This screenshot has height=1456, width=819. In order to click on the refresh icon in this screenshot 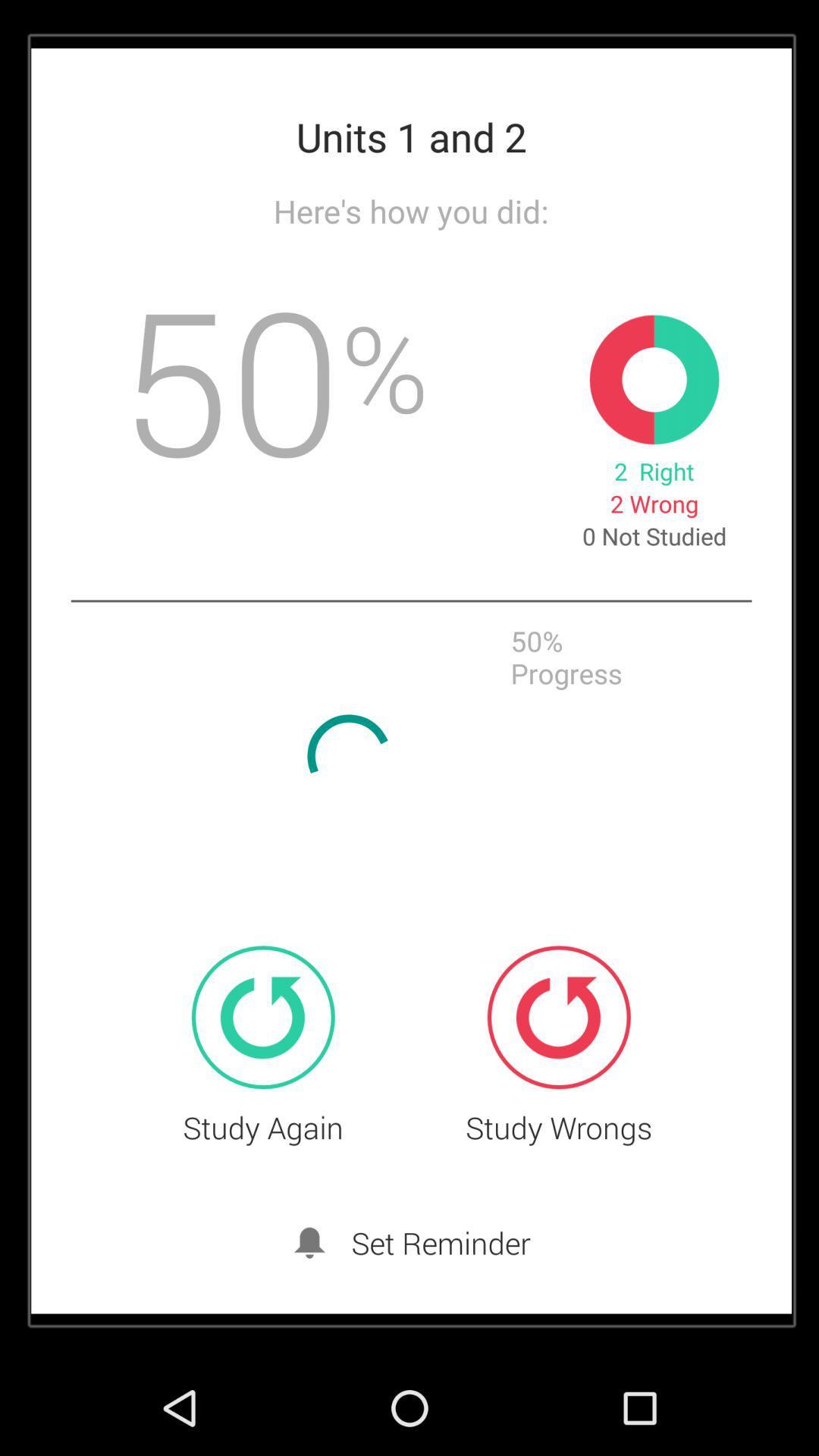, I will do `click(559, 1087)`.